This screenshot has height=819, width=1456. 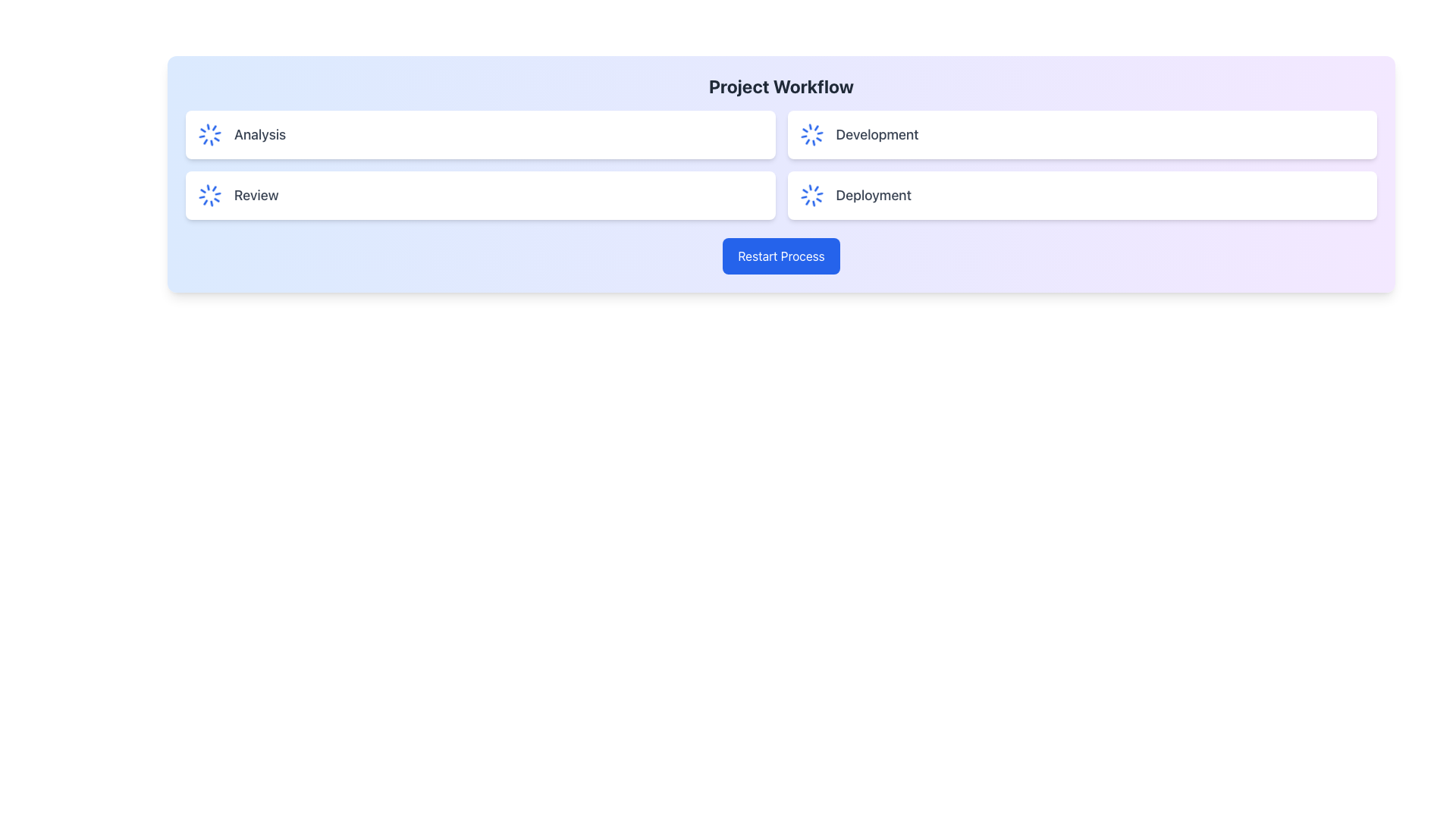 What do you see at coordinates (1081, 195) in the screenshot?
I see `the 'Deployment' stage button-like panel in the bottom-right section of the grid layout to indicate progress or activity` at bounding box center [1081, 195].